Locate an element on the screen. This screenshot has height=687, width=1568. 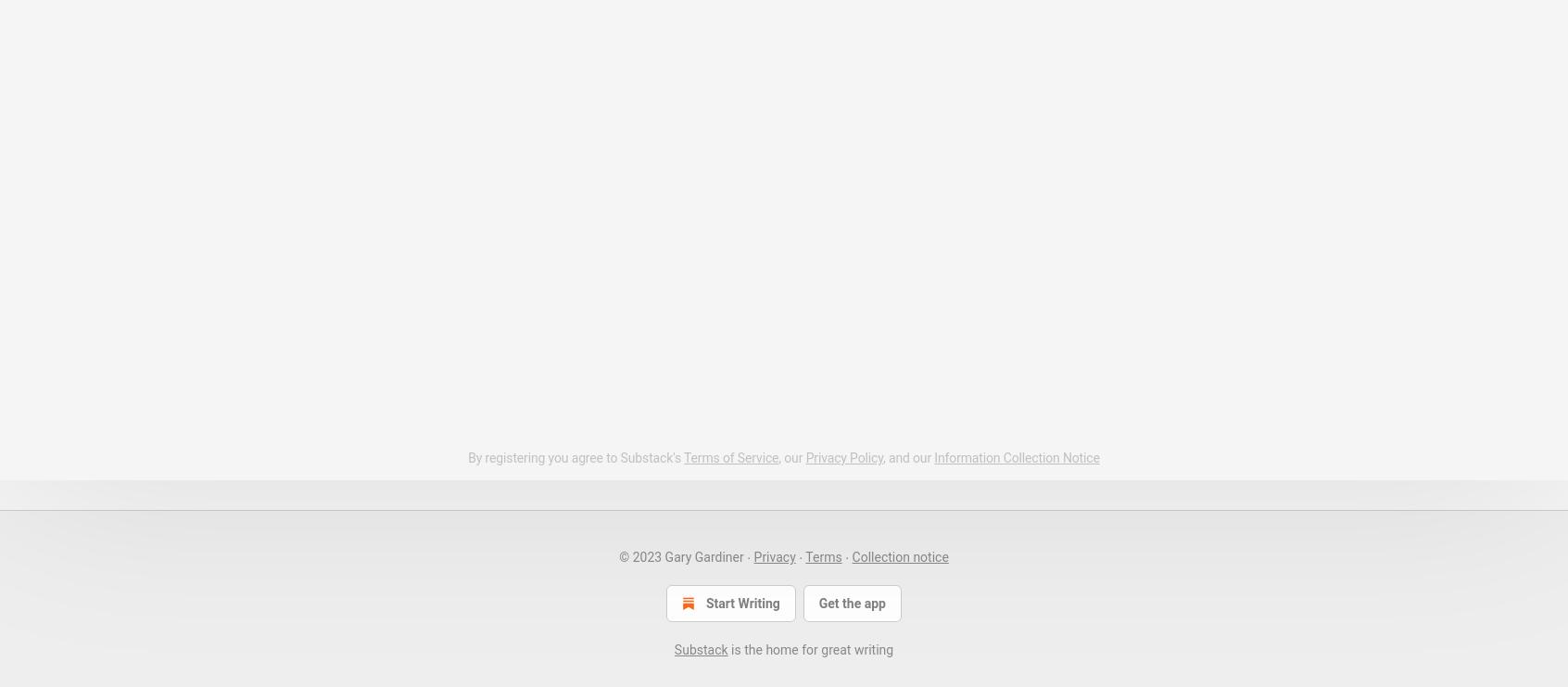
'2023' is located at coordinates (646, 554).